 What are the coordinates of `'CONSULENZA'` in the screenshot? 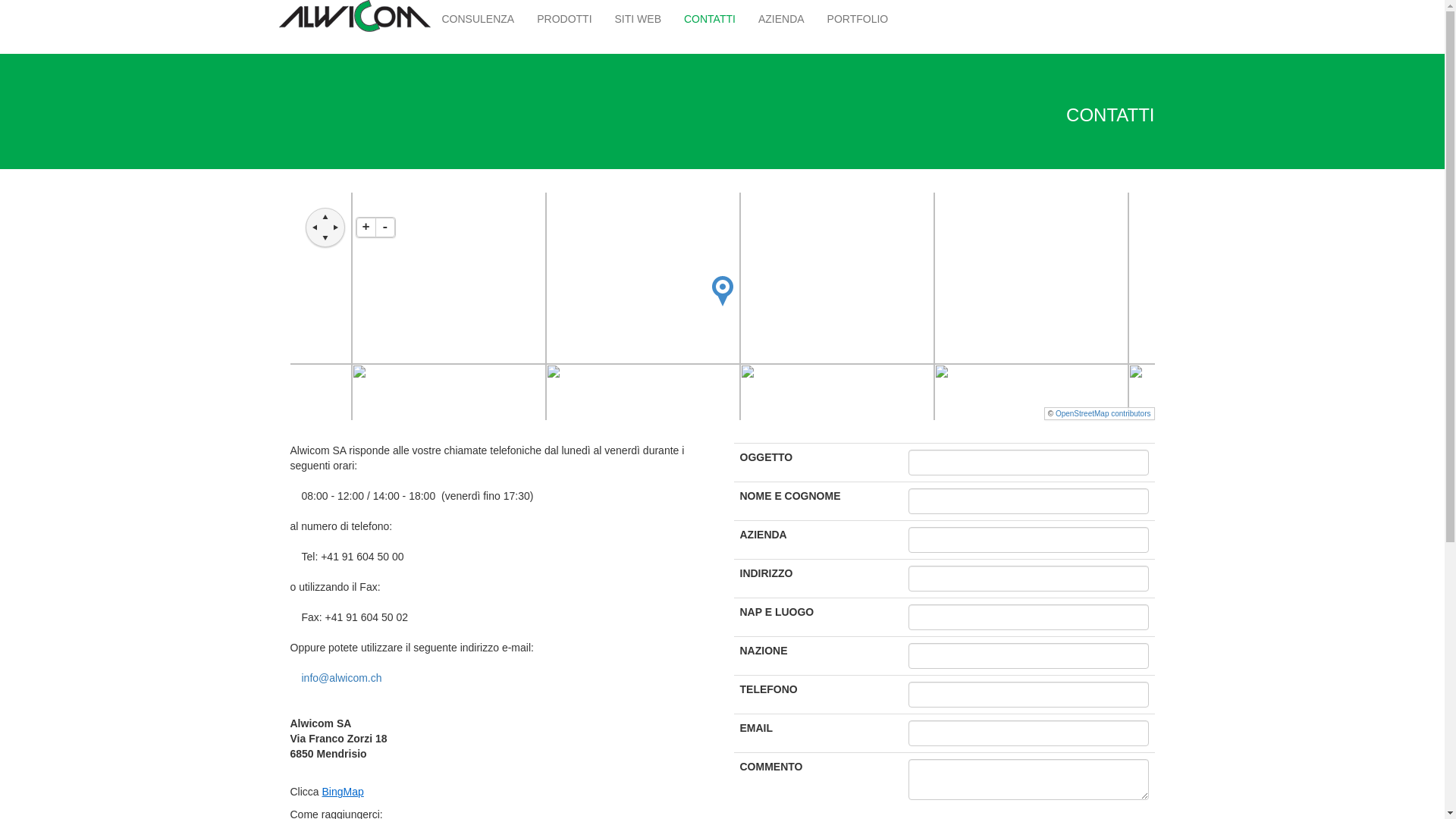 It's located at (477, 18).